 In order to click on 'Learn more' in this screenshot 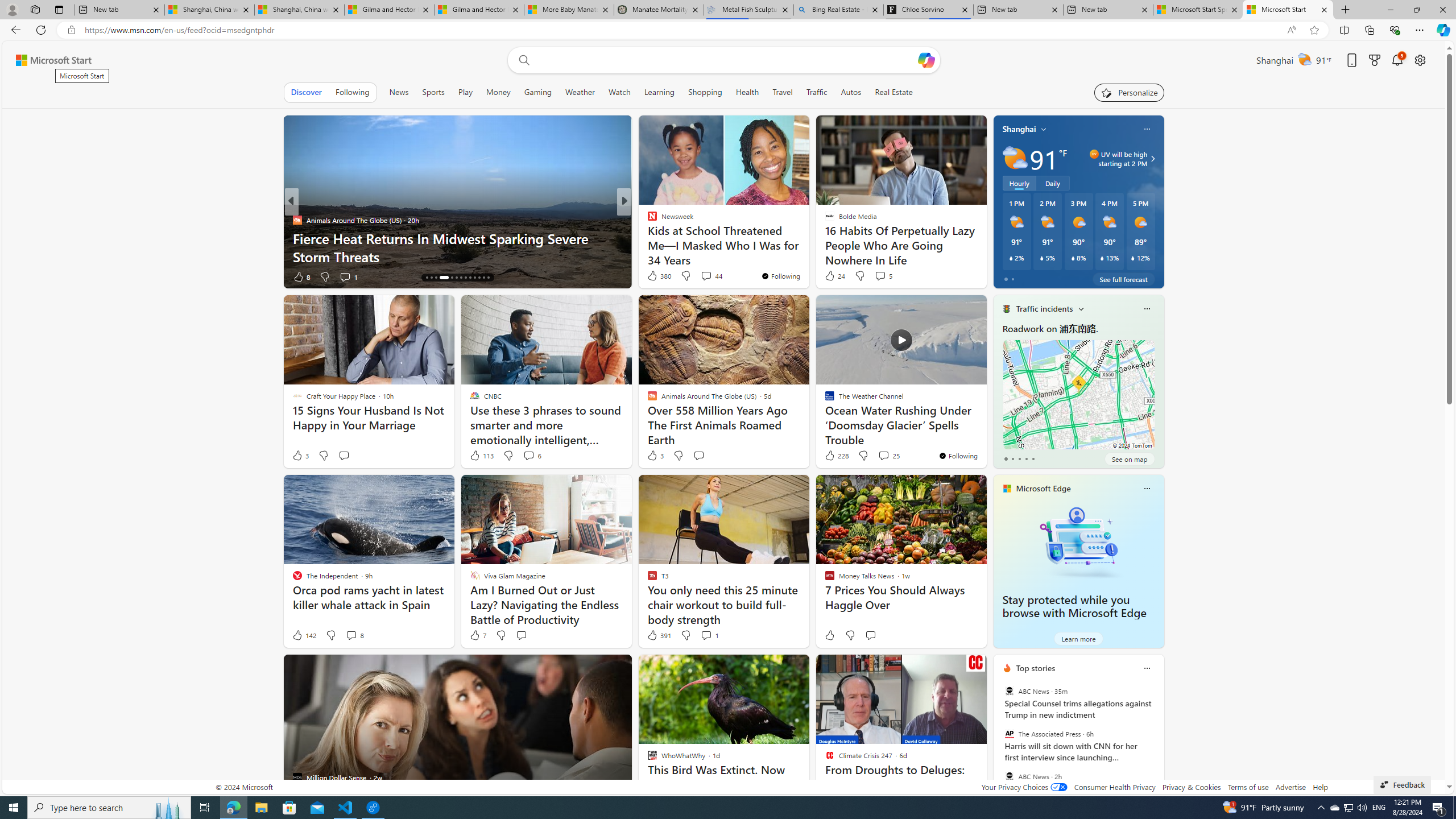, I will do `click(1078, 638)`.